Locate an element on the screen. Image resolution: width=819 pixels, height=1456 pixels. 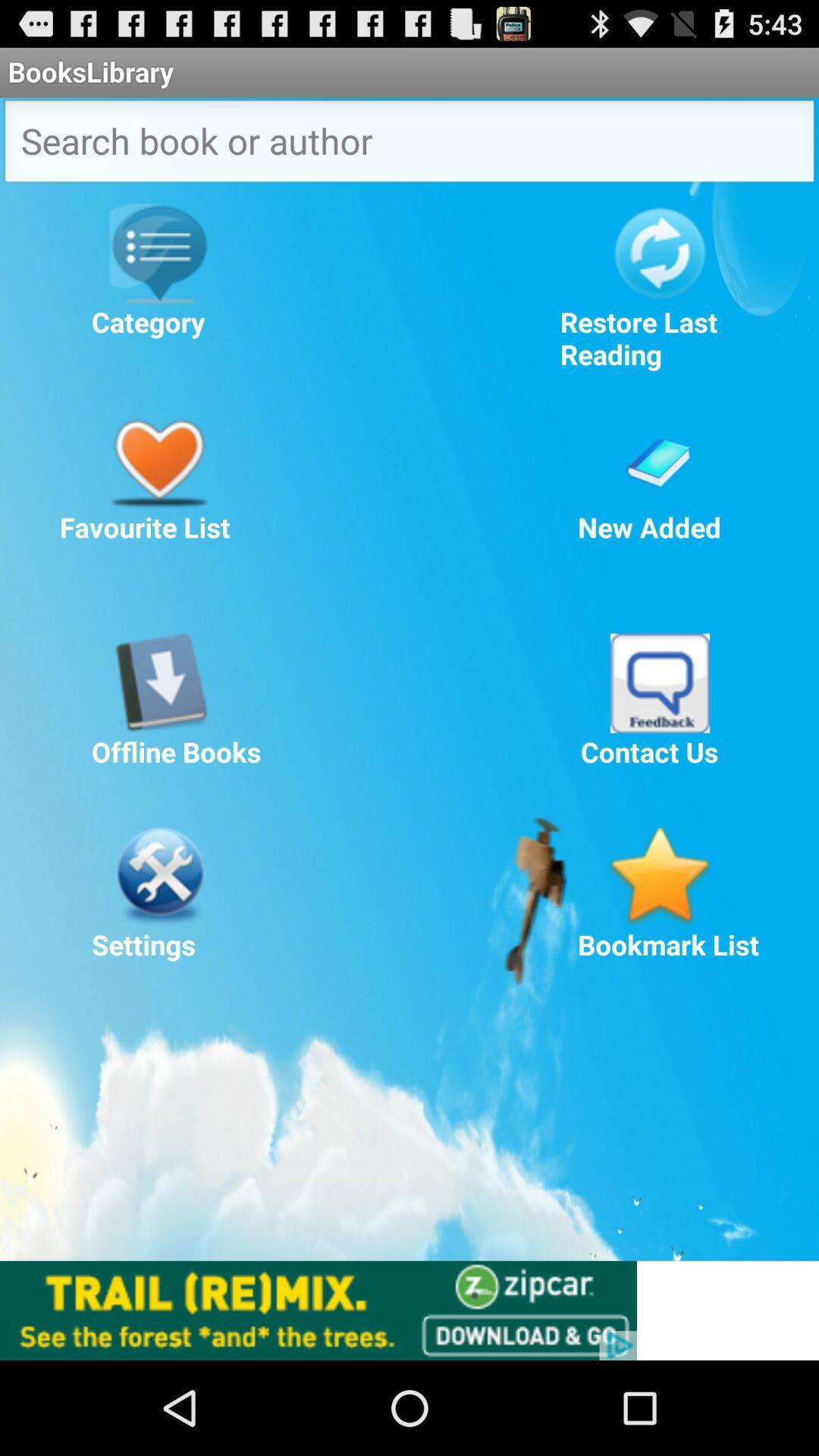
new added is located at coordinates (659, 457).